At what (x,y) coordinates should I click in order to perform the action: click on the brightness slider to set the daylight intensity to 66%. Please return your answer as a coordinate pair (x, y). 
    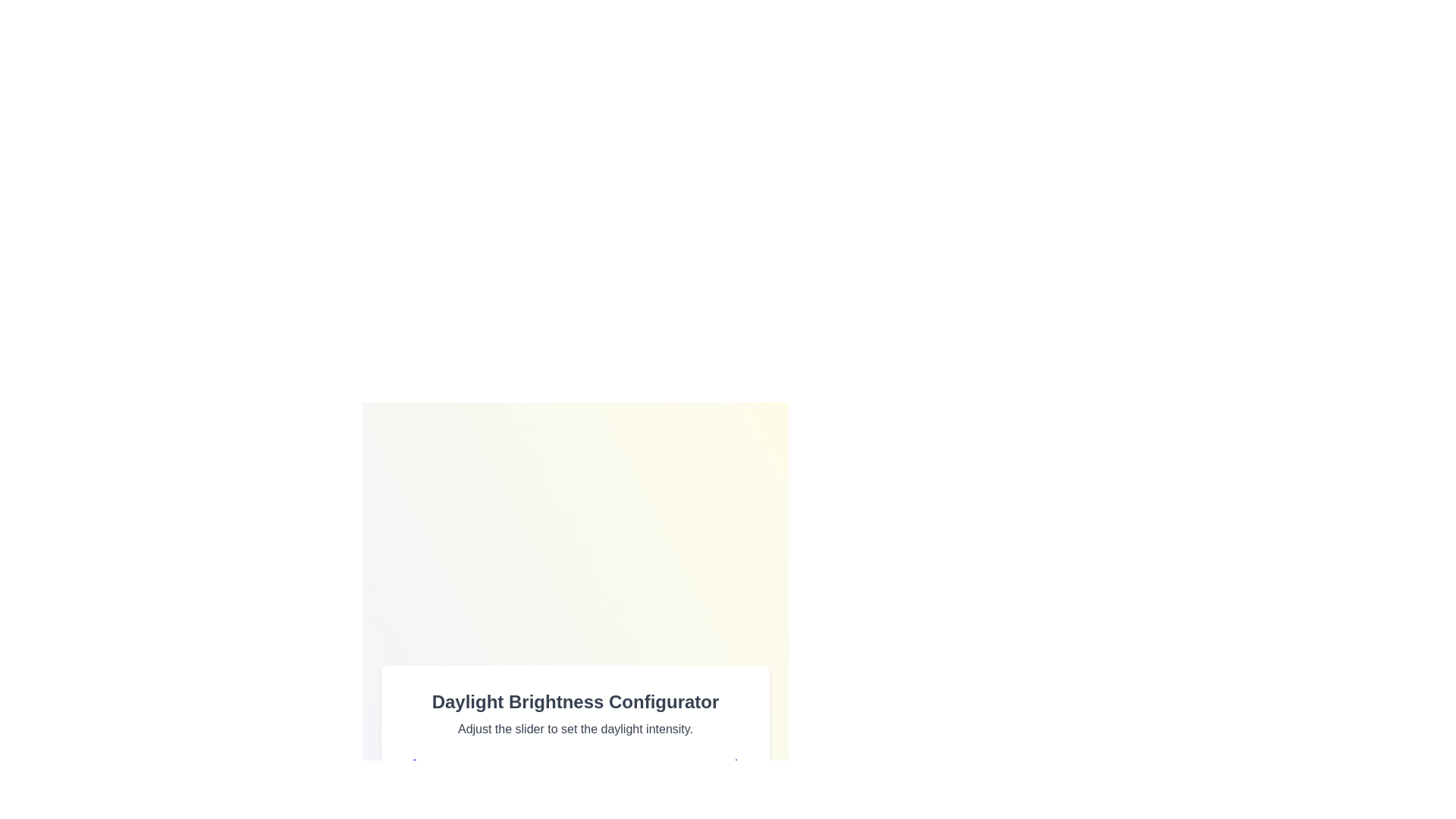
    Looking at the image, I should click on (629, 800).